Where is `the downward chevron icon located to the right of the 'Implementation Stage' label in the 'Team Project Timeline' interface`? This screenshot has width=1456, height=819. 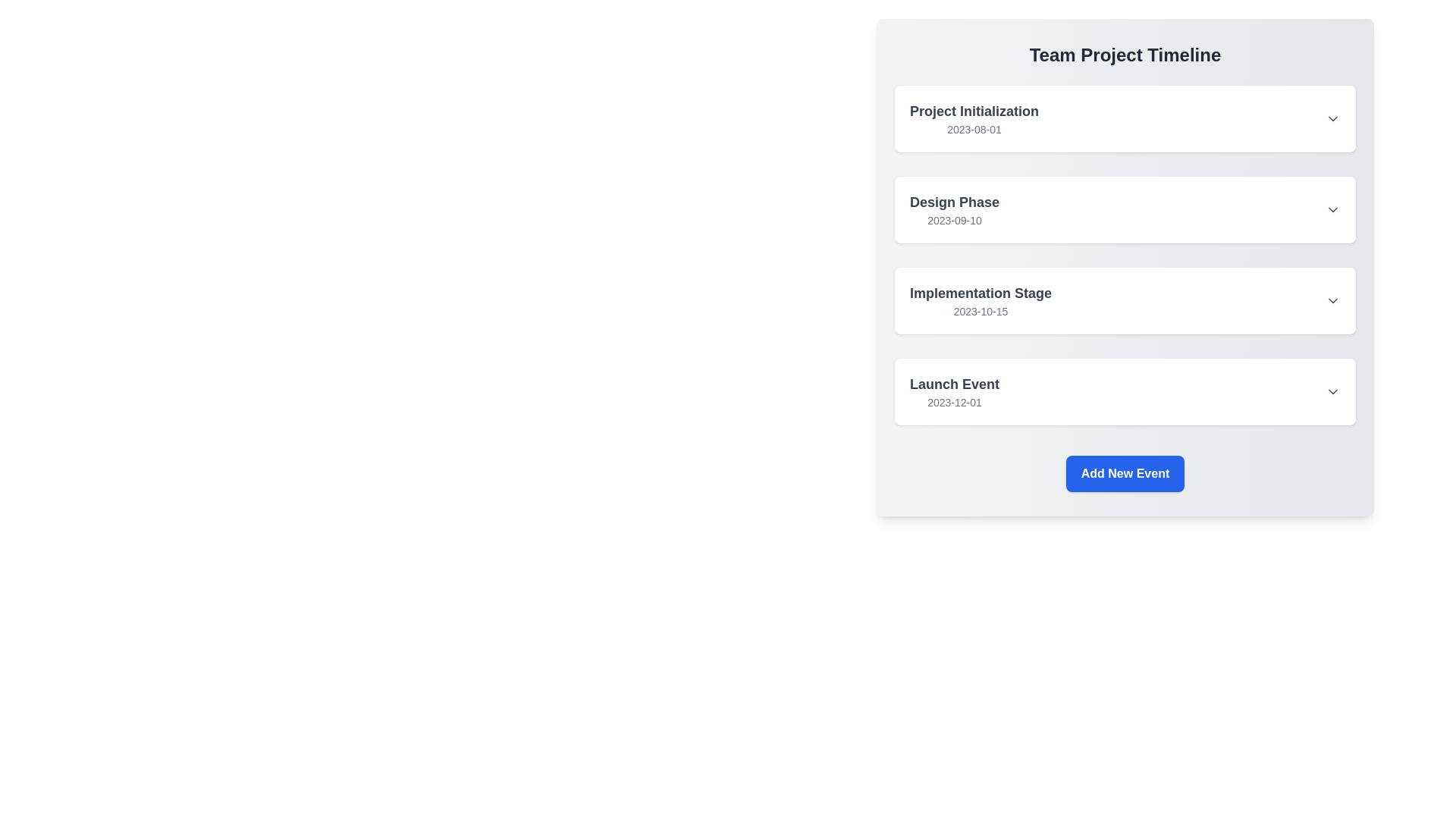 the downward chevron icon located to the right of the 'Implementation Stage' label in the 'Team Project Timeline' interface is located at coordinates (1332, 301).